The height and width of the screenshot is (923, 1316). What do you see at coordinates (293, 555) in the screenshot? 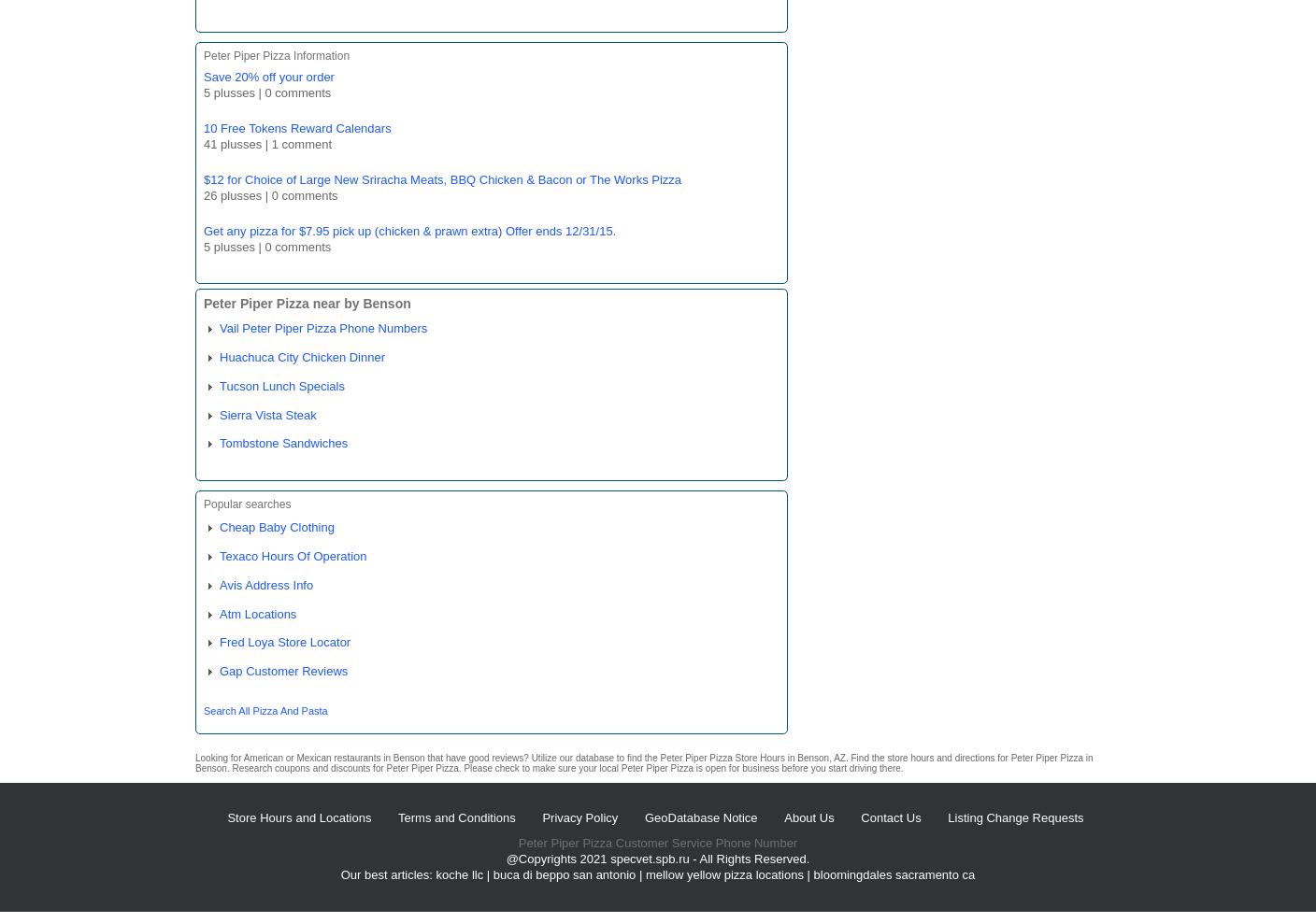
I see `'Texaco Hours Of Operation'` at bounding box center [293, 555].